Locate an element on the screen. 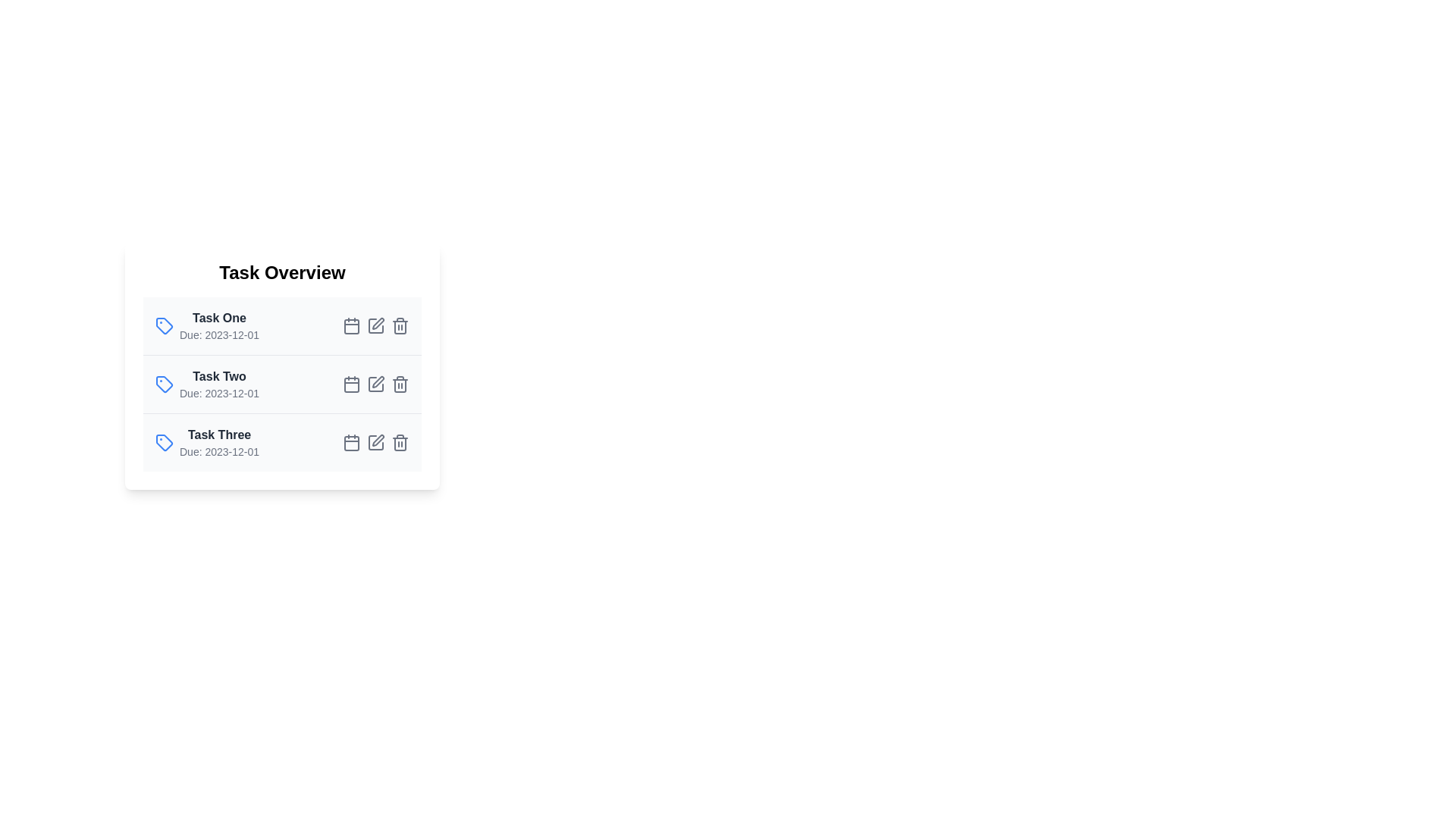 The width and height of the screenshot is (1456, 819). the Inline Edit Button (SVG) next to 'Task Two' is located at coordinates (378, 381).